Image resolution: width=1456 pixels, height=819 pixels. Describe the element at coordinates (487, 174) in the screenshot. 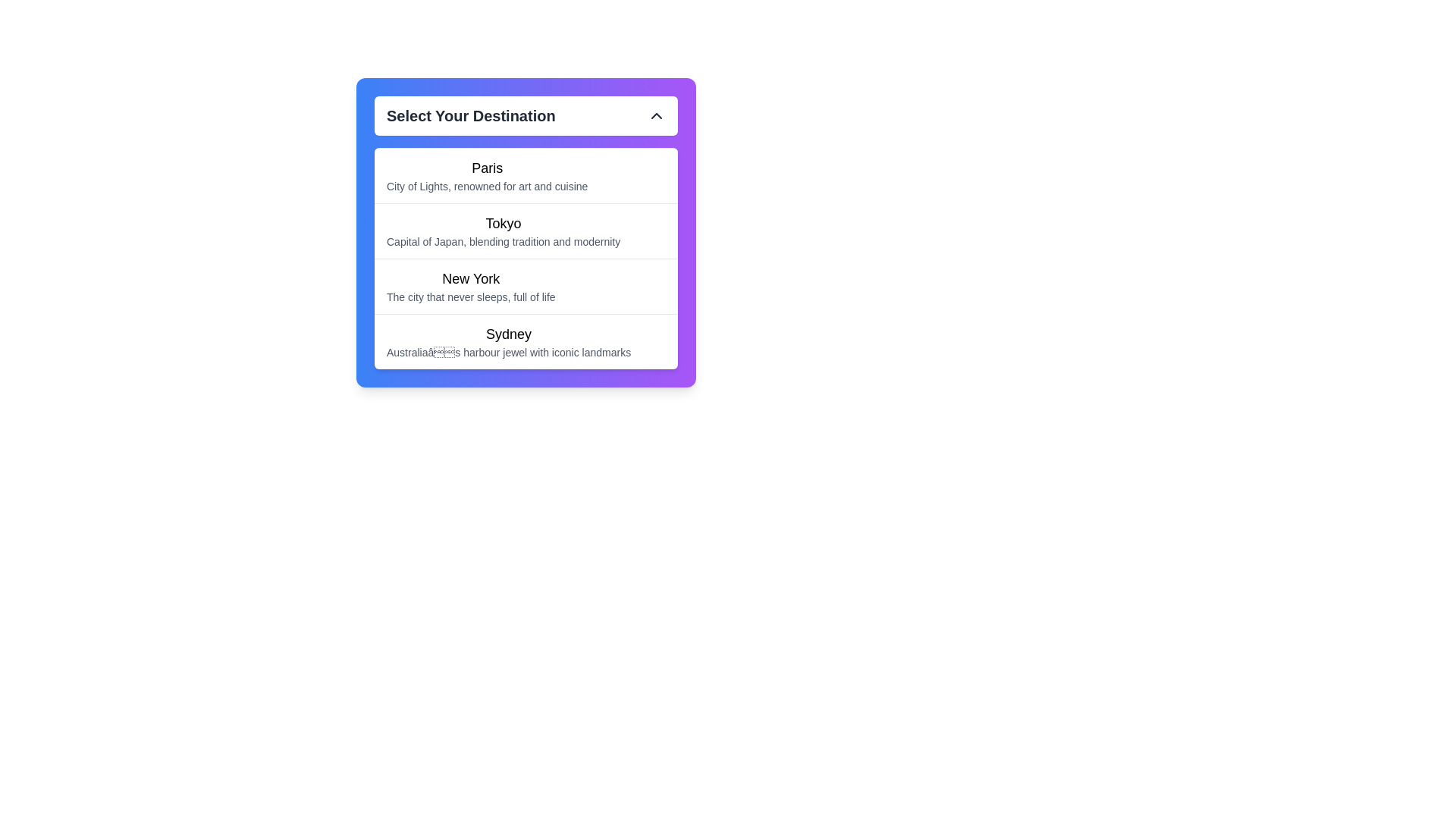

I see `the list item containing the text 'Paris' for selection from the destination list` at that location.